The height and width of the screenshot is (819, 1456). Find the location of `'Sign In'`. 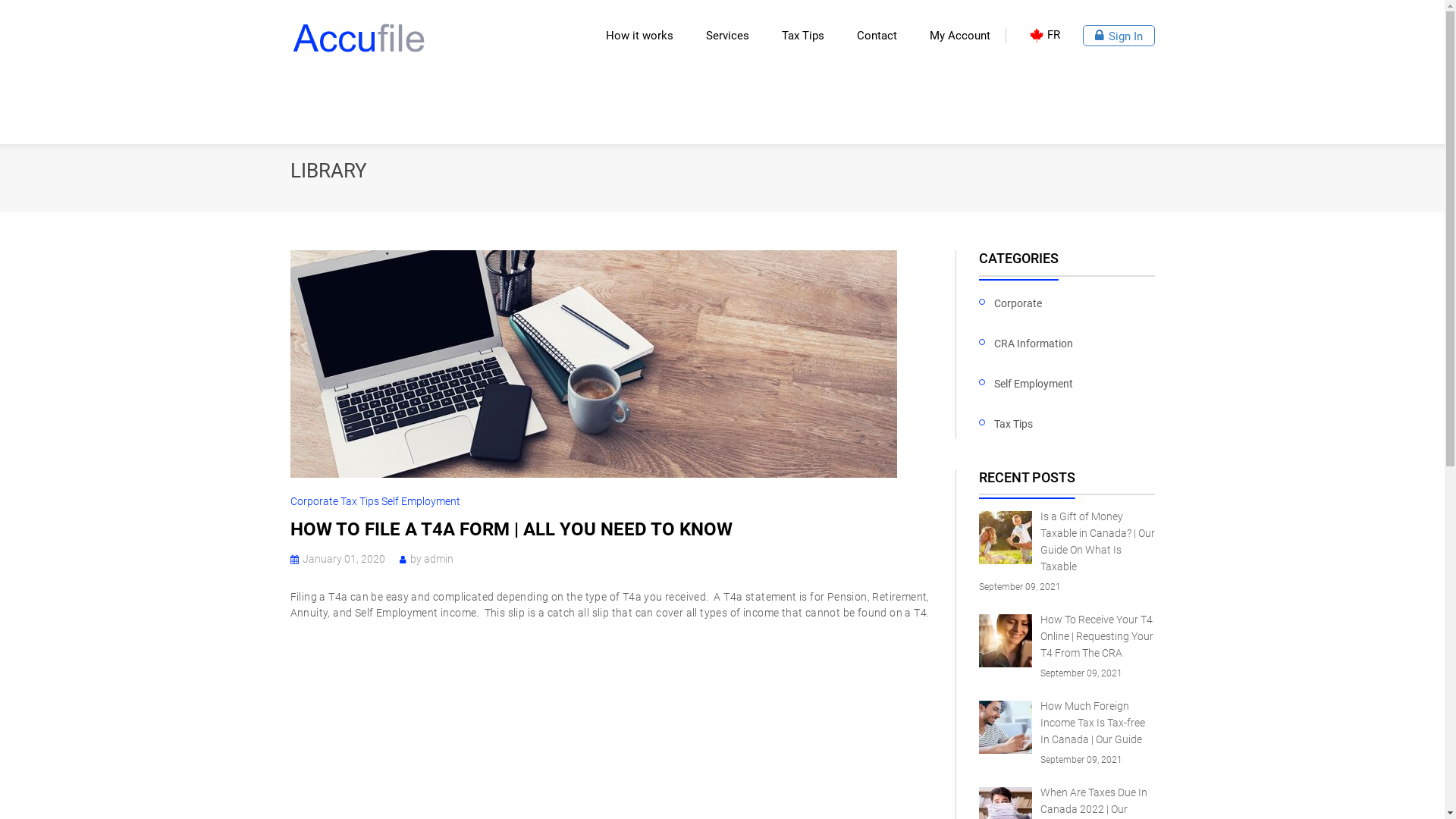

'Sign In' is located at coordinates (1119, 34).